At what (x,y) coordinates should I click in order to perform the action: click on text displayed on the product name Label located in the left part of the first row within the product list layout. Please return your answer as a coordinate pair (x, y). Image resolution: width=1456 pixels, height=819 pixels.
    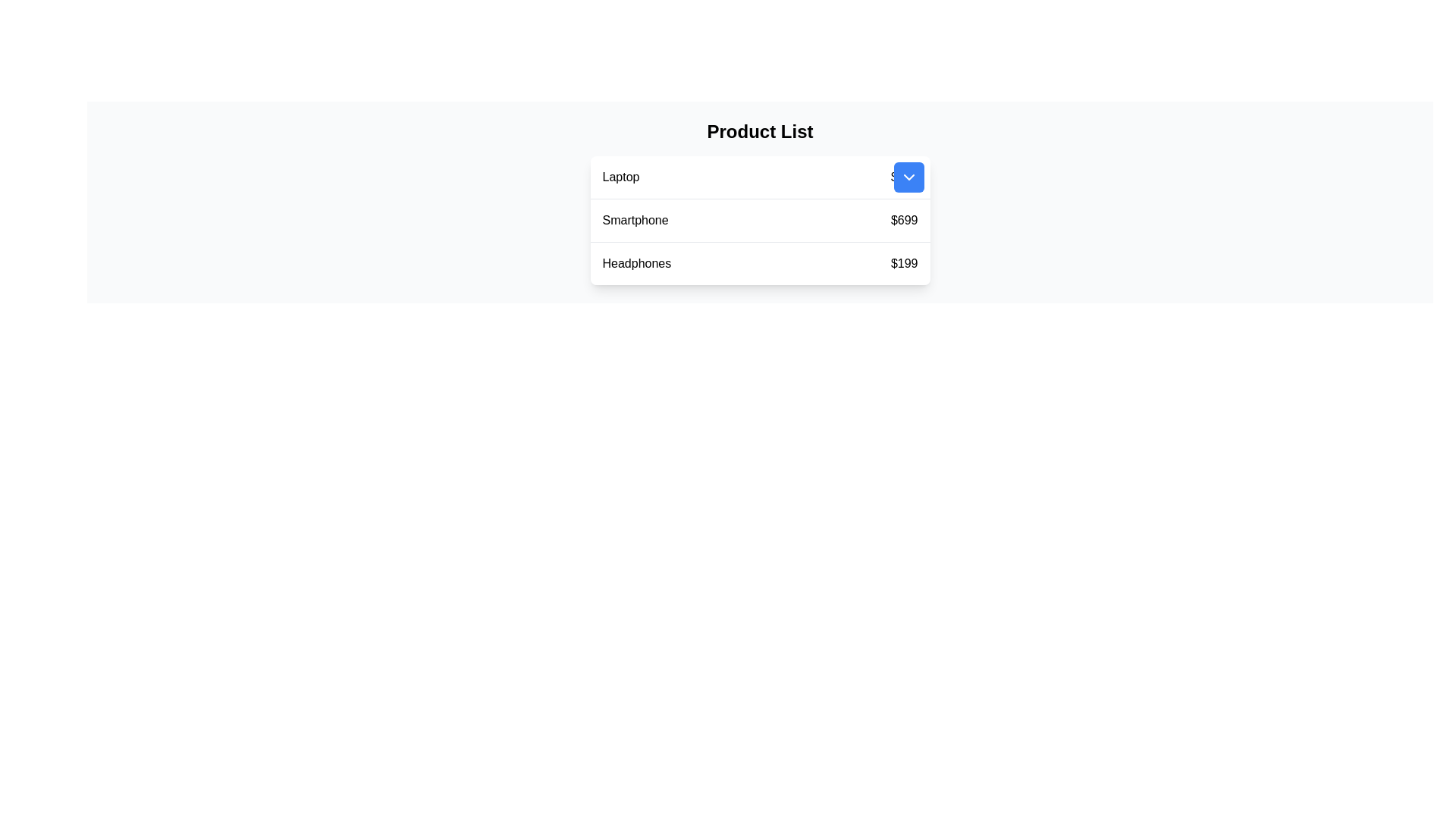
    Looking at the image, I should click on (620, 177).